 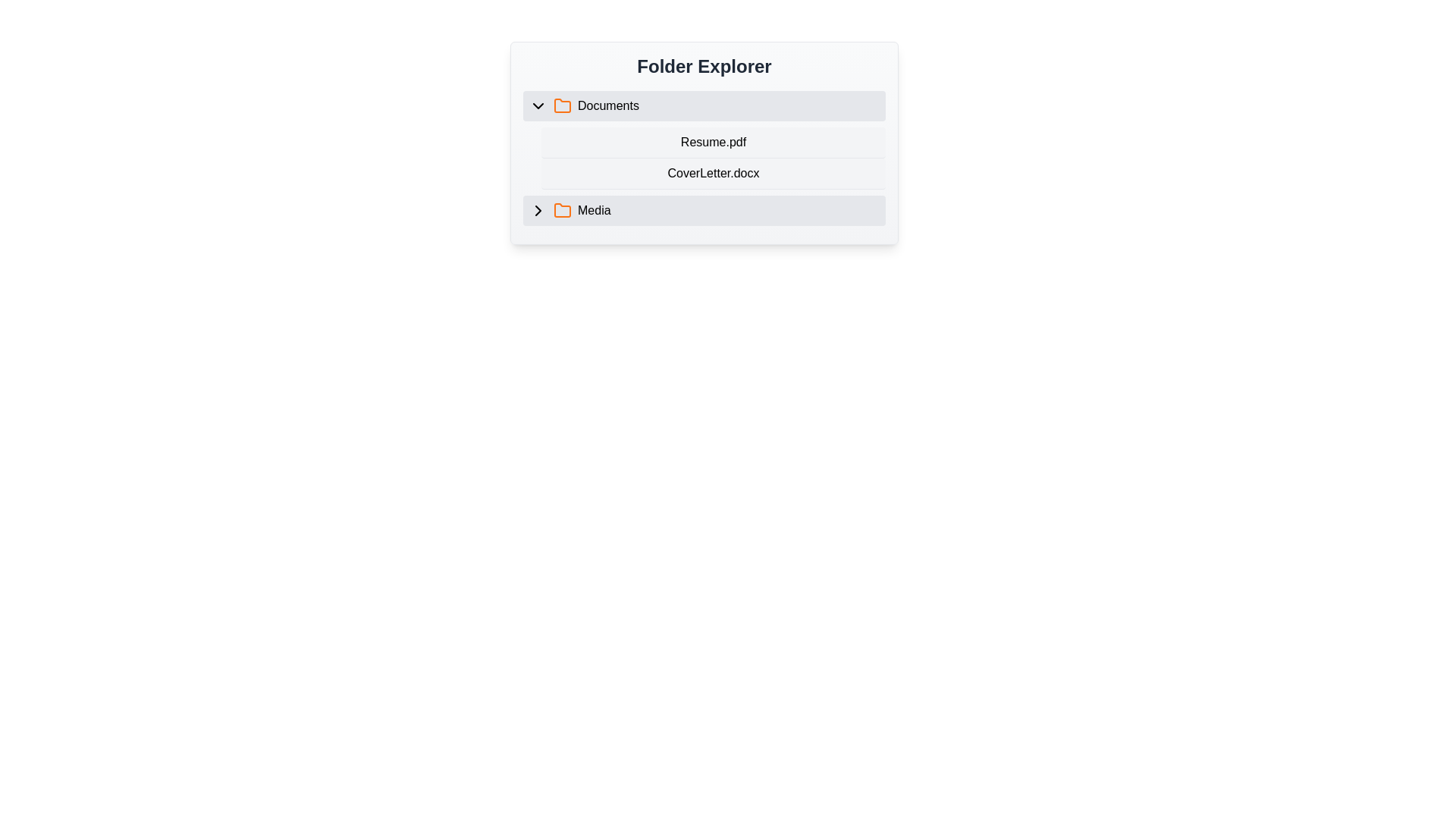 I want to click on the folder icon located within the 'Media' button, which is positioned near the bottom of the folder explorer, aligned with the text 'Media', so click(x=562, y=210).